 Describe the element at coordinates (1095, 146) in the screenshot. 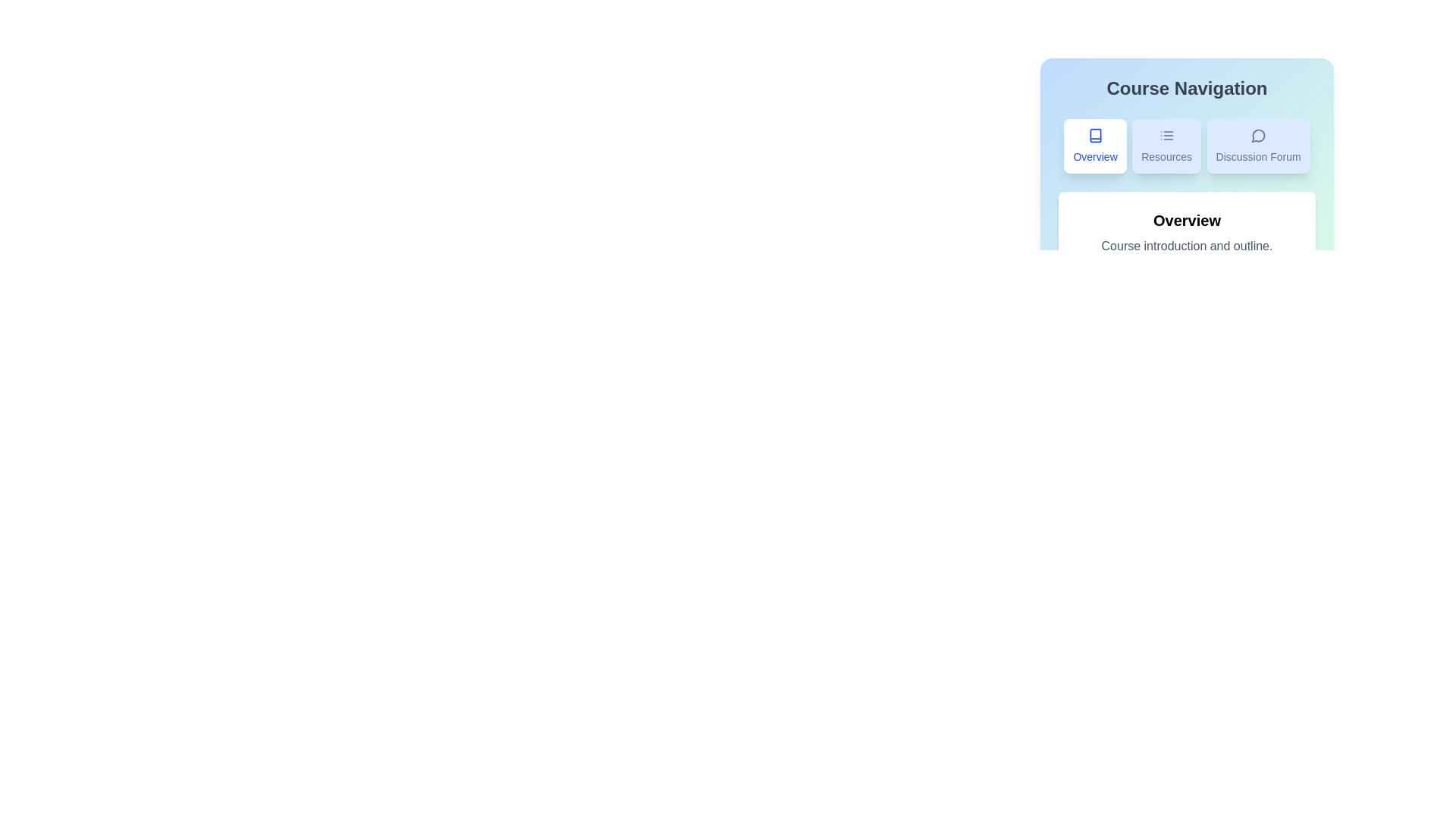

I see `the Overview tab` at that location.